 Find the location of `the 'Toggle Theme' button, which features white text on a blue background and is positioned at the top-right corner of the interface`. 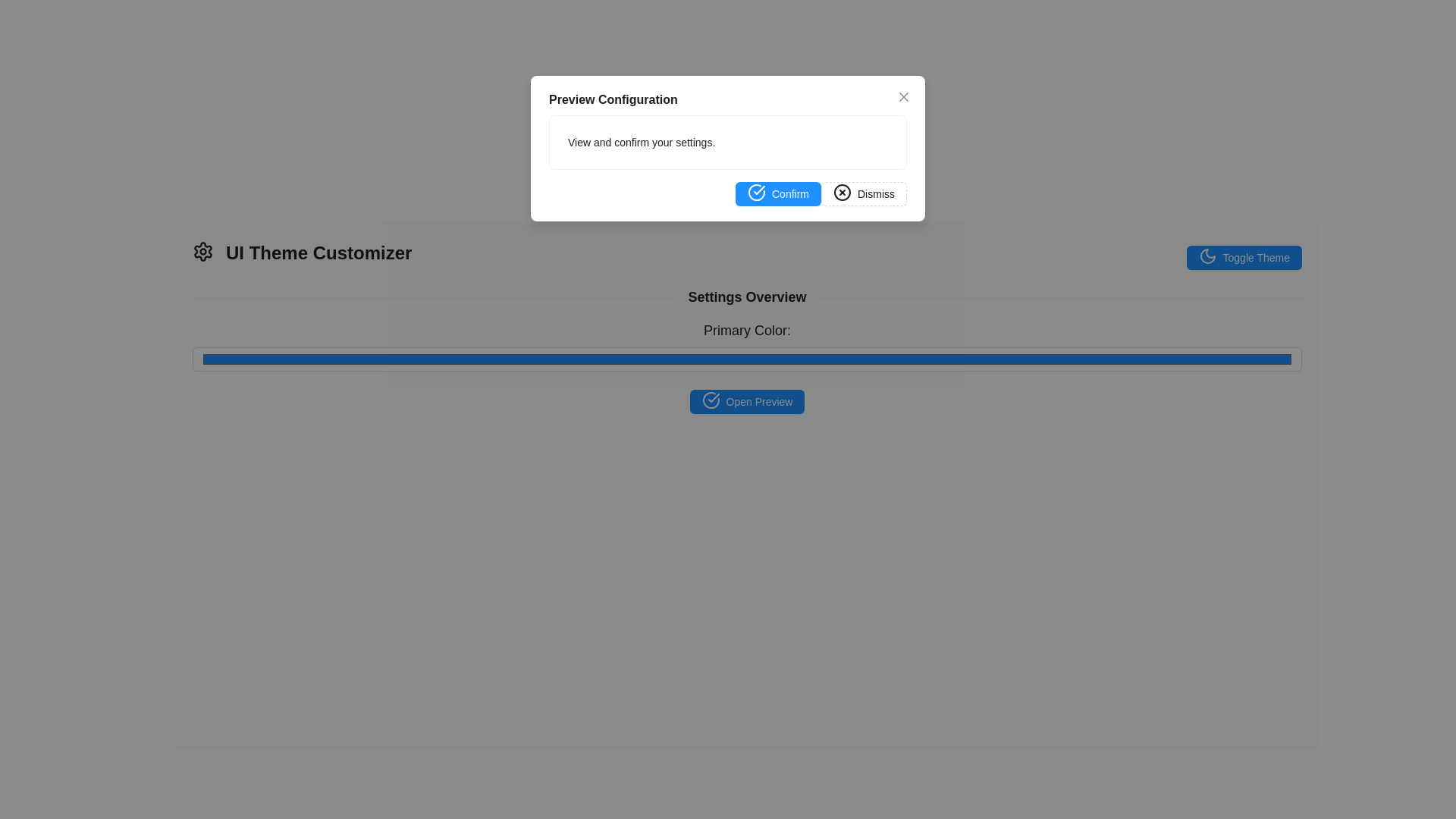

the 'Toggle Theme' button, which features white text on a blue background and is positioned at the top-right corner of the interface is located at coordinates (1256, 256).